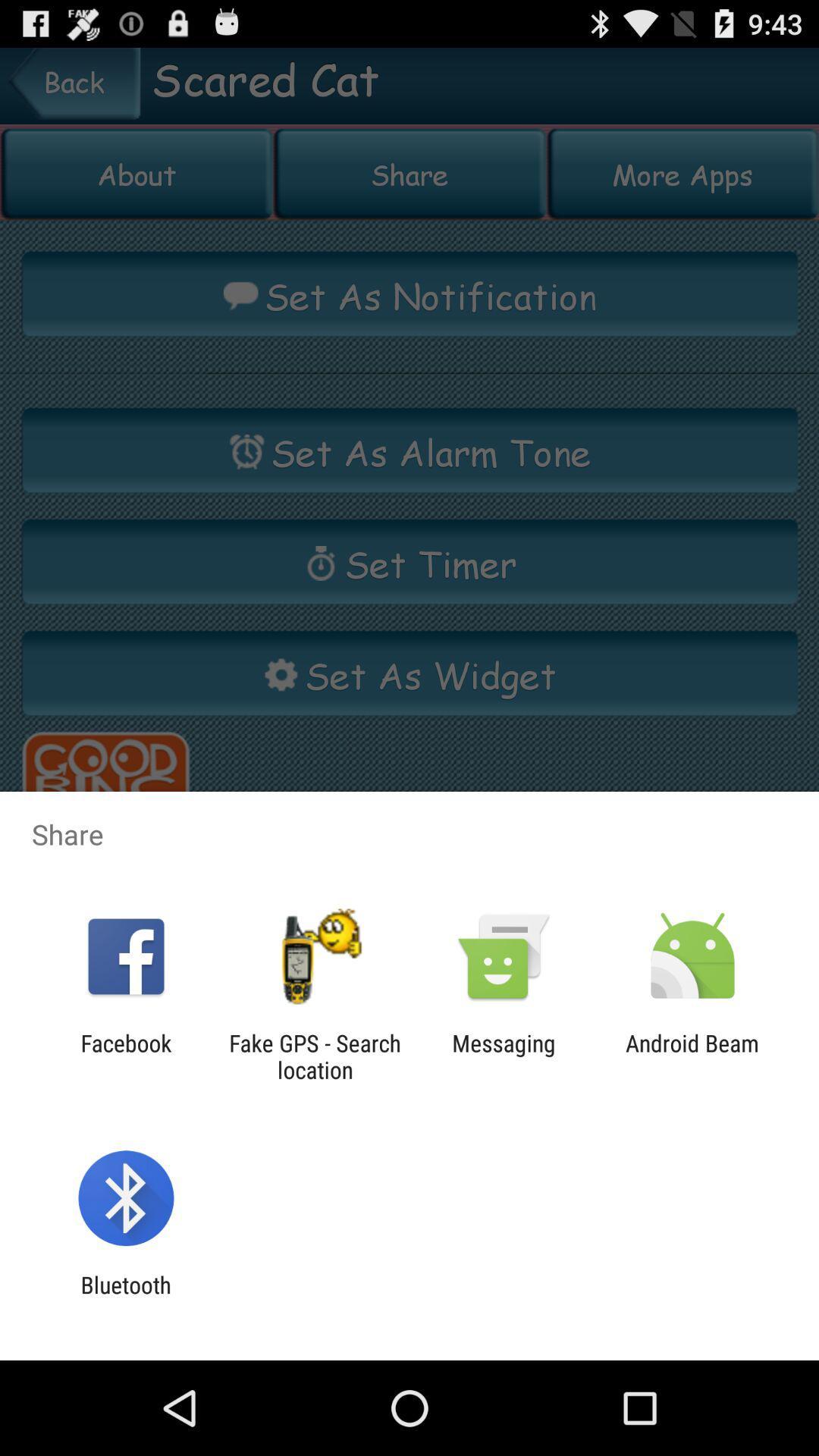  I want to click on android beam item, so click(692, 1056).